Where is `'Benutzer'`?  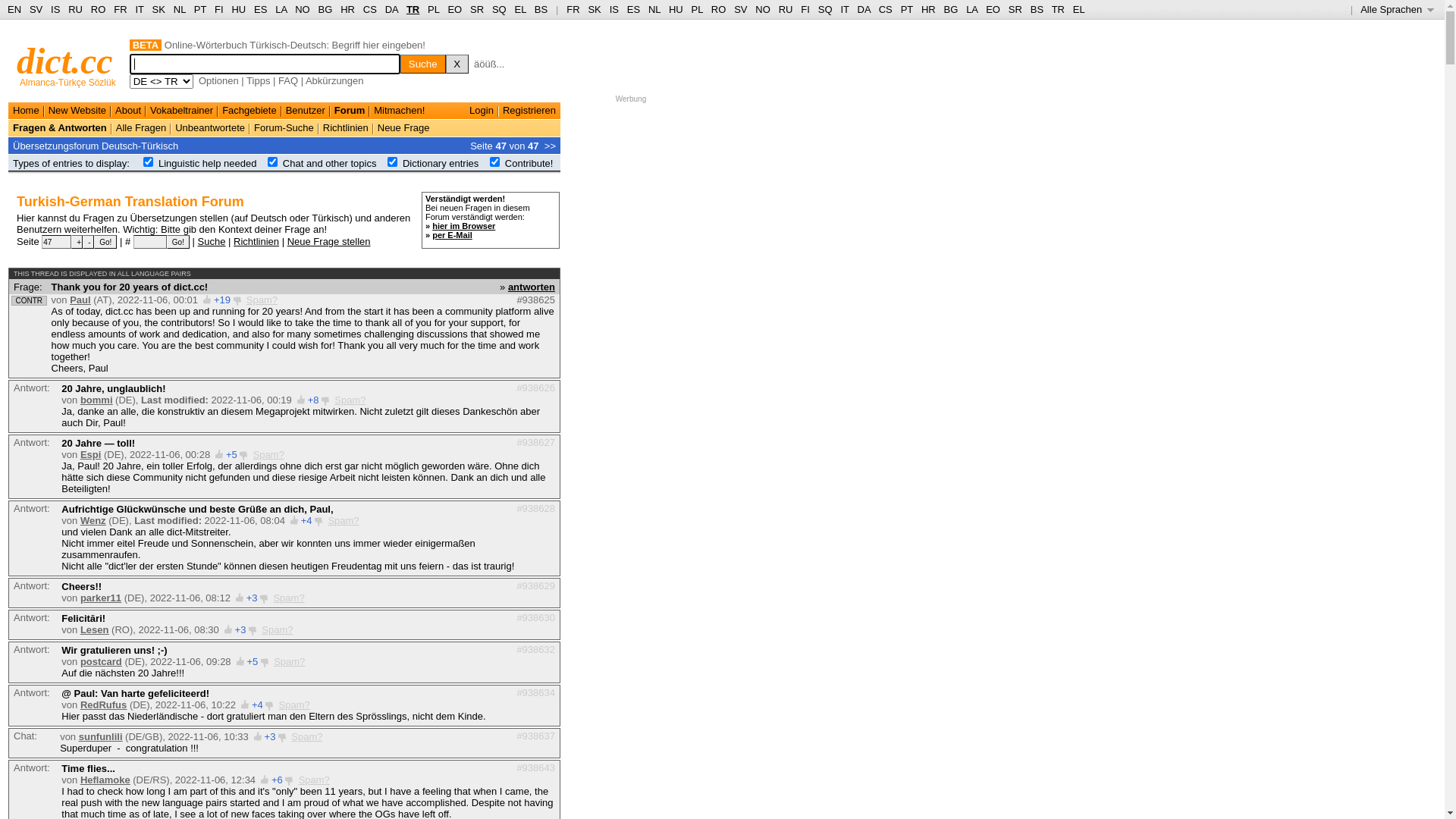 'Benutzer' is located at coordinates (305, 109).